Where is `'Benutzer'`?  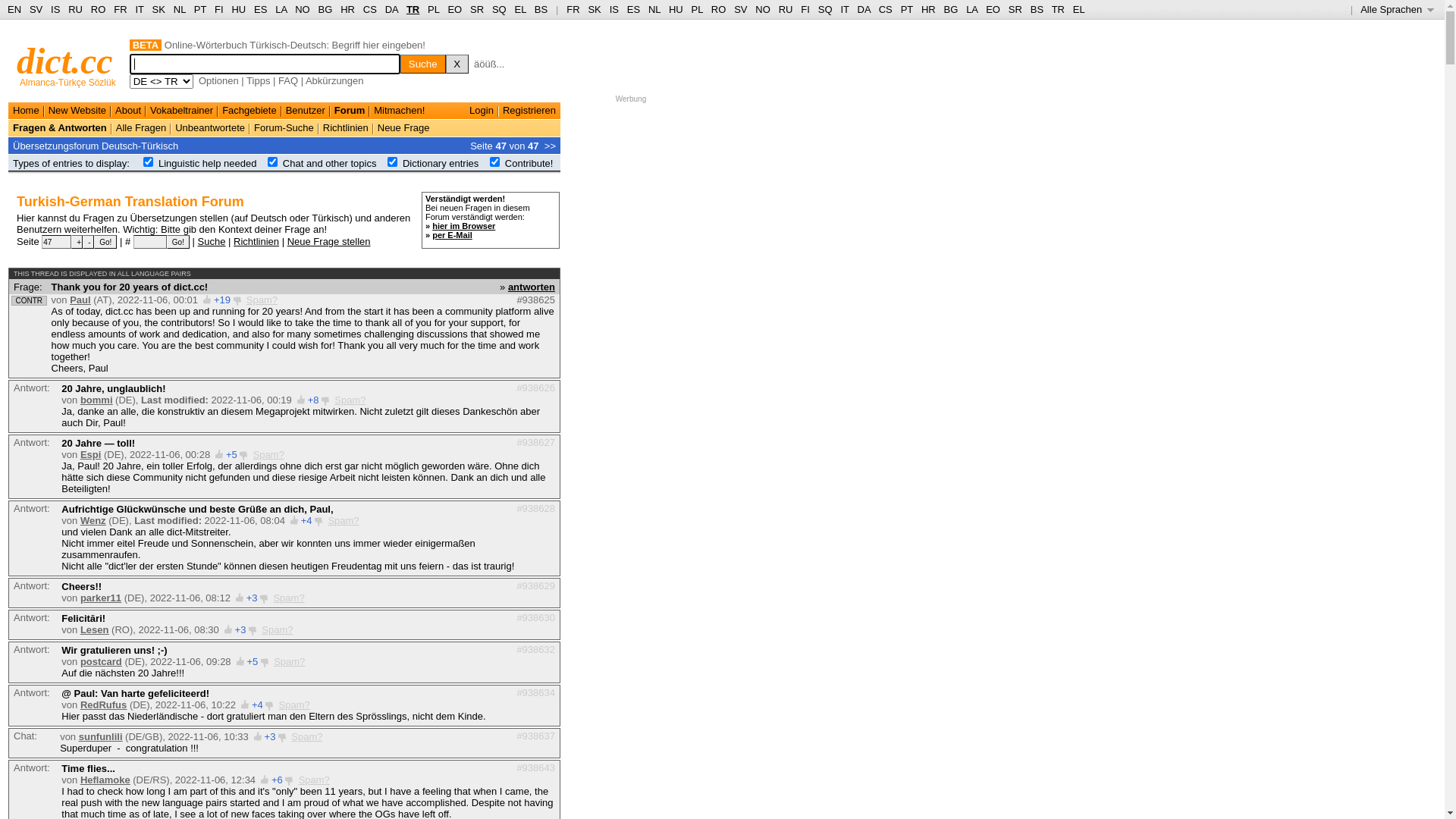 'Benutzer' is located at coordinates (305, 109).